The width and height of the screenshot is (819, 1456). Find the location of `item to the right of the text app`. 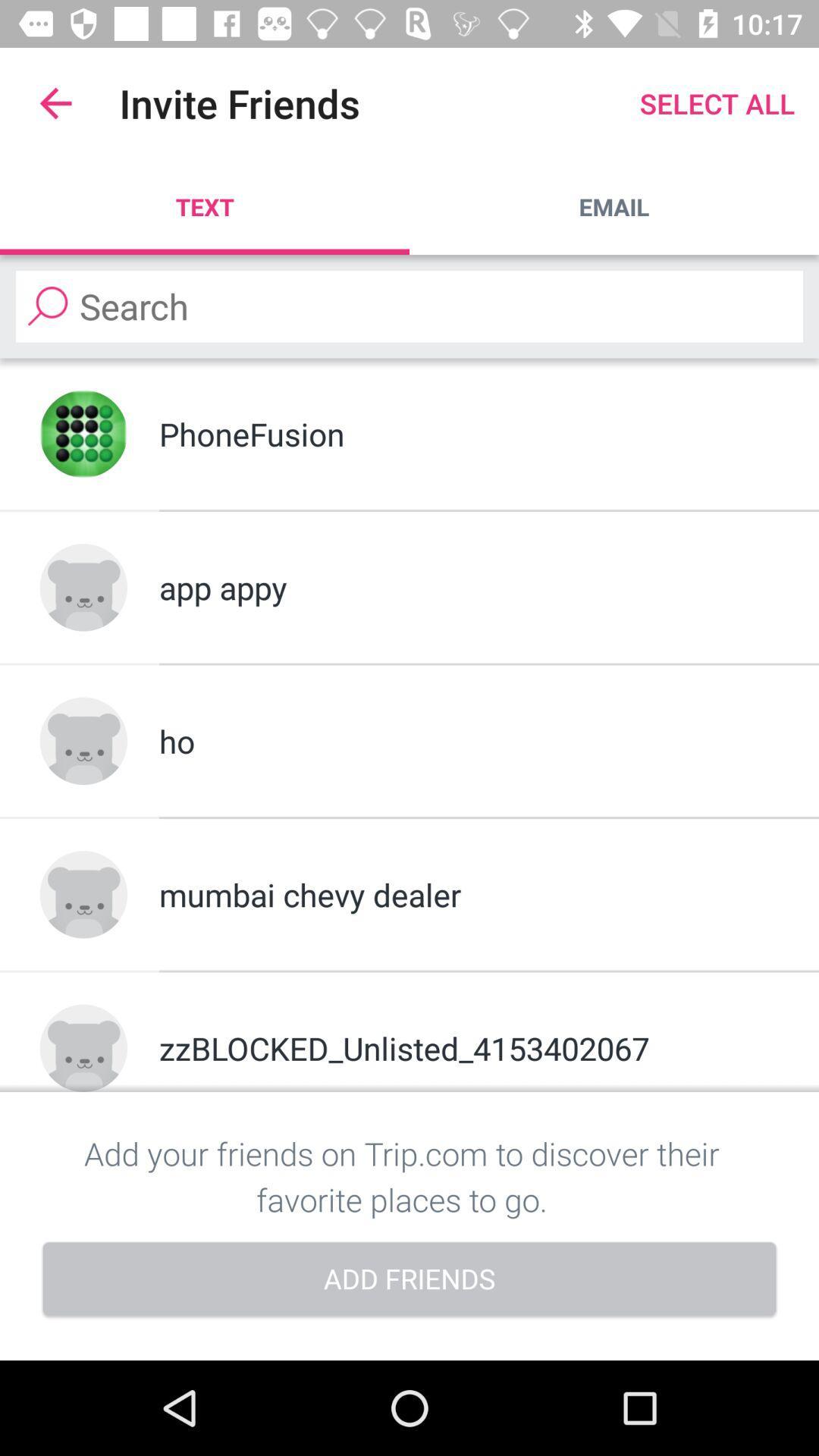

item to the right of the text app is located at coordinates (614, 206).